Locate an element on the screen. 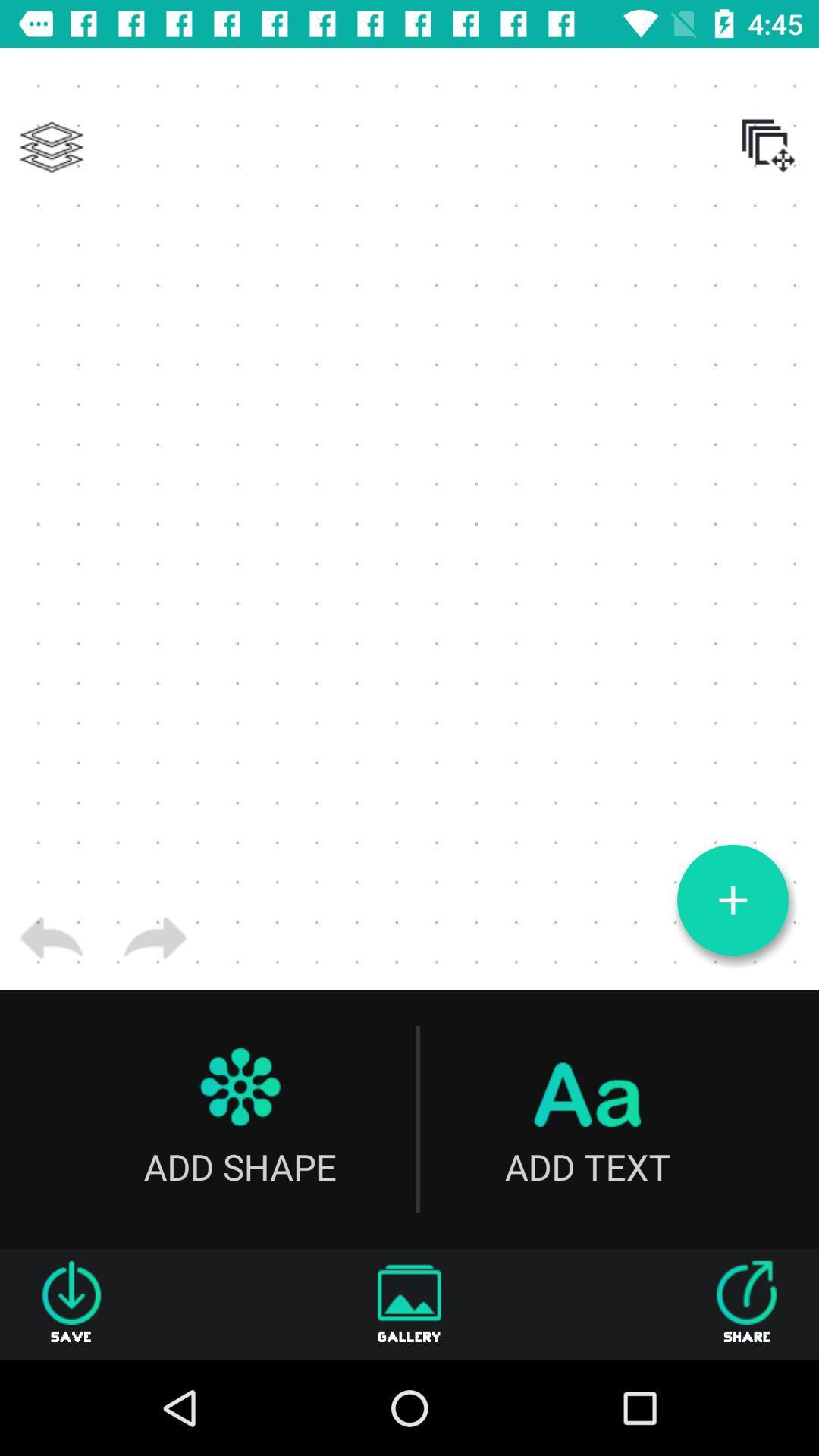 The height and width of the screenshot is (1456, 819). the item above the save is located at coordinates (51, 937).